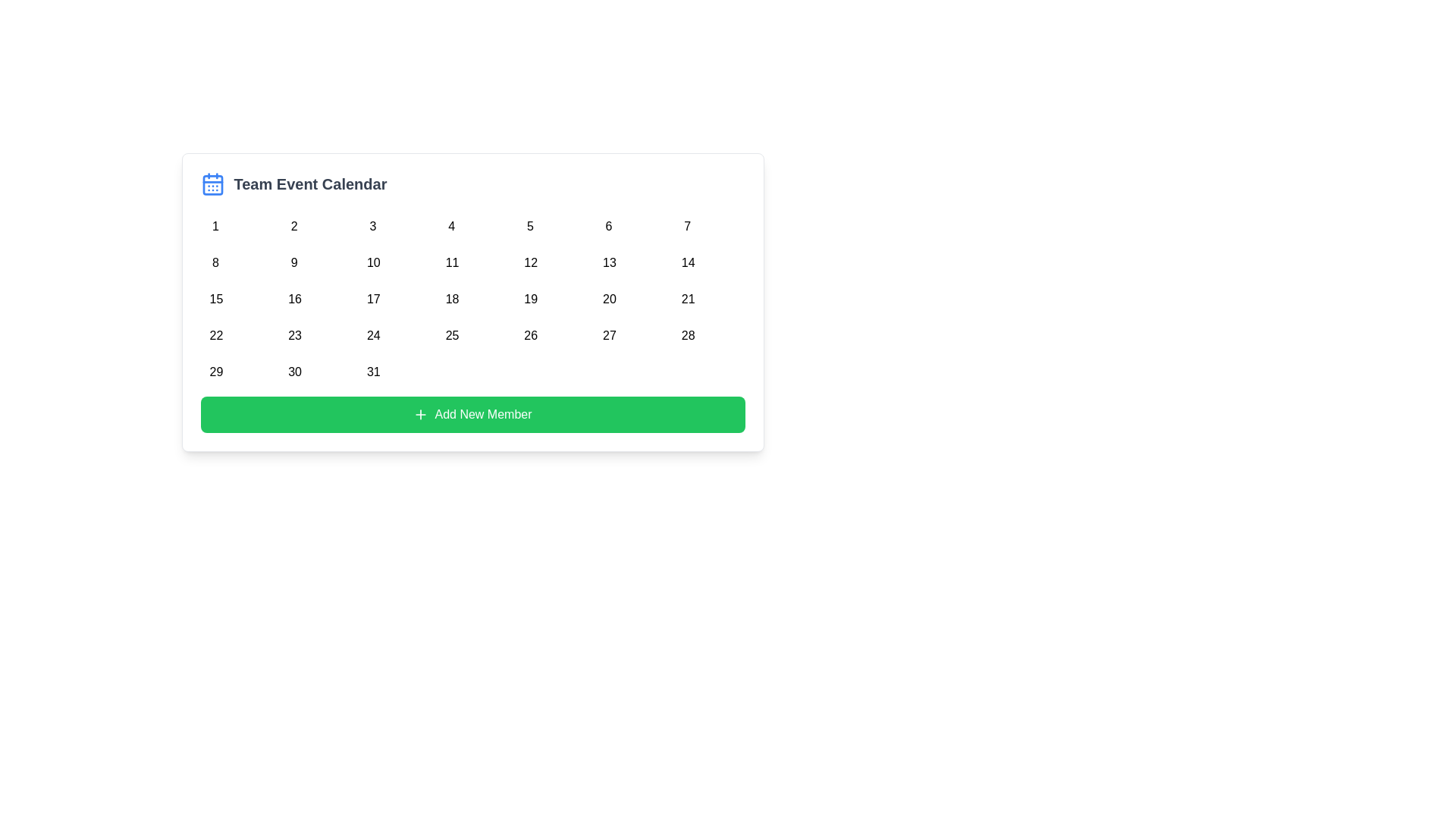 This screenshot has width=1456, height=819. Describe the element at coordinates (309, 184) in the screenshot. I see `the 'Team Event Calendar' text label, which serves as a descriptive header and is positioned immediately to the right of a blue calendar icon` at that location.